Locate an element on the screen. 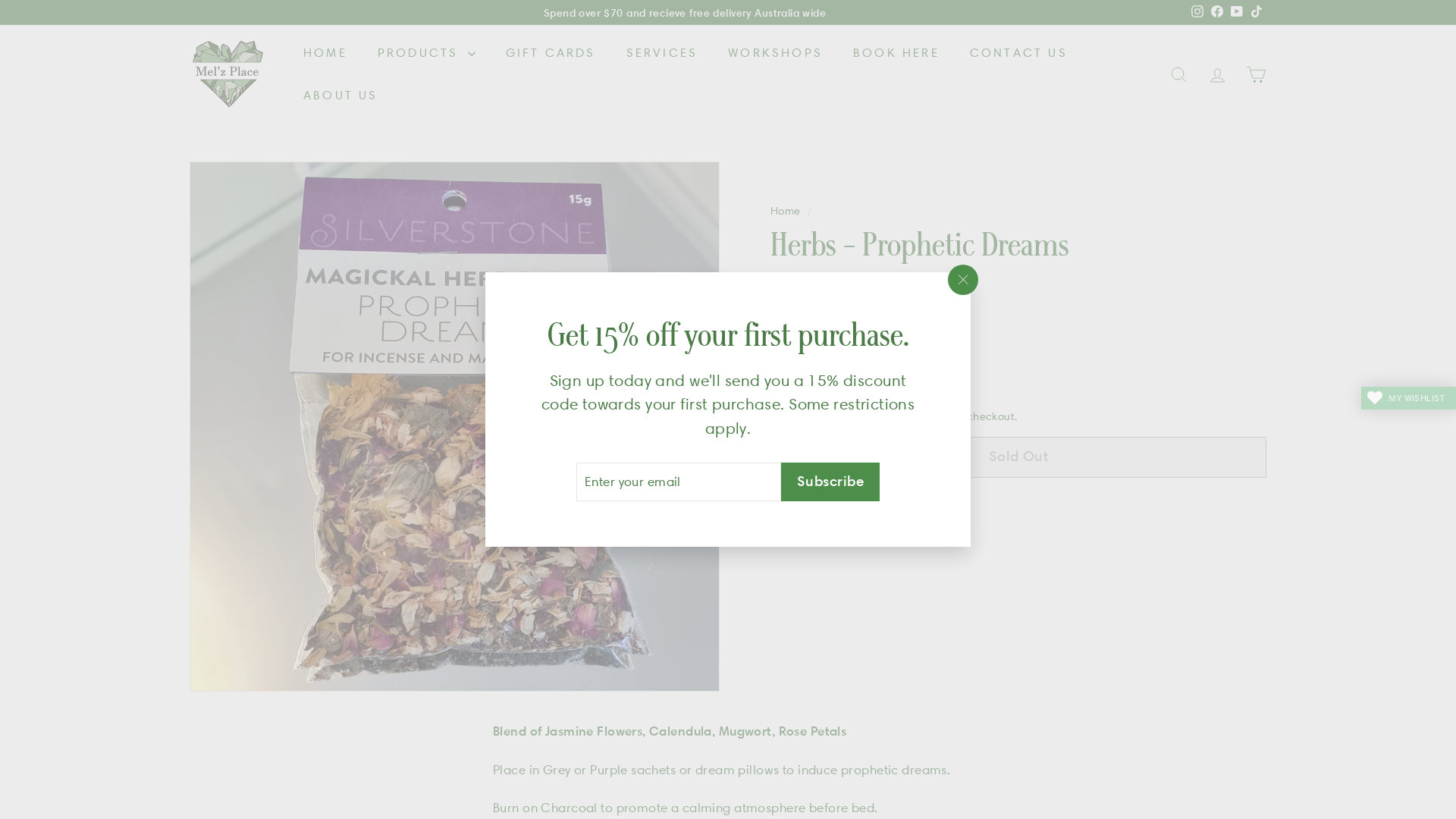 The width and height of the screenshot is (1456, 819). 'YouTube' is located at coordinates (1237, 12).